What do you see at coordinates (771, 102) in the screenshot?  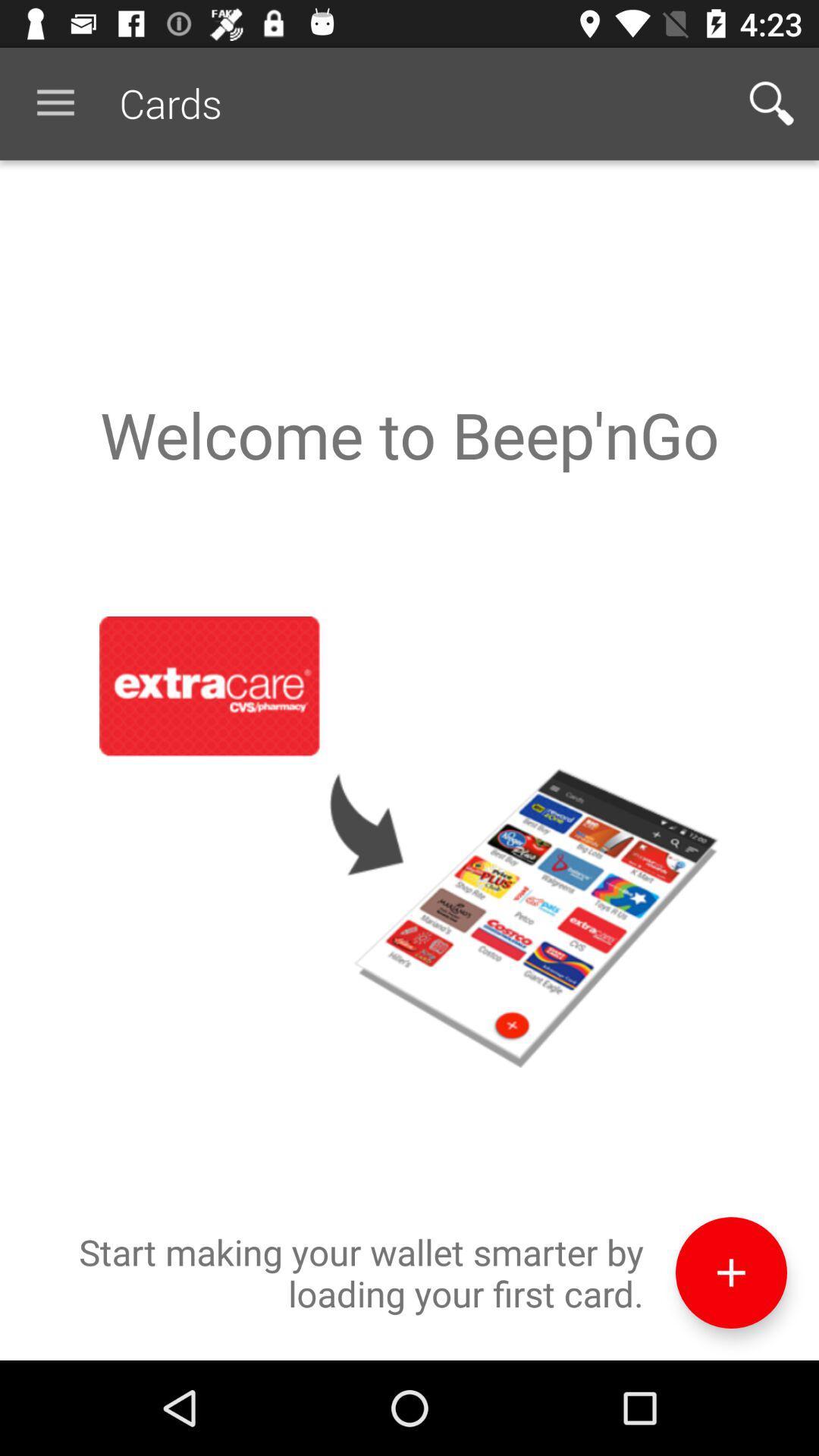 I see `the item to the right of cards` at bounding box center [771, 102].